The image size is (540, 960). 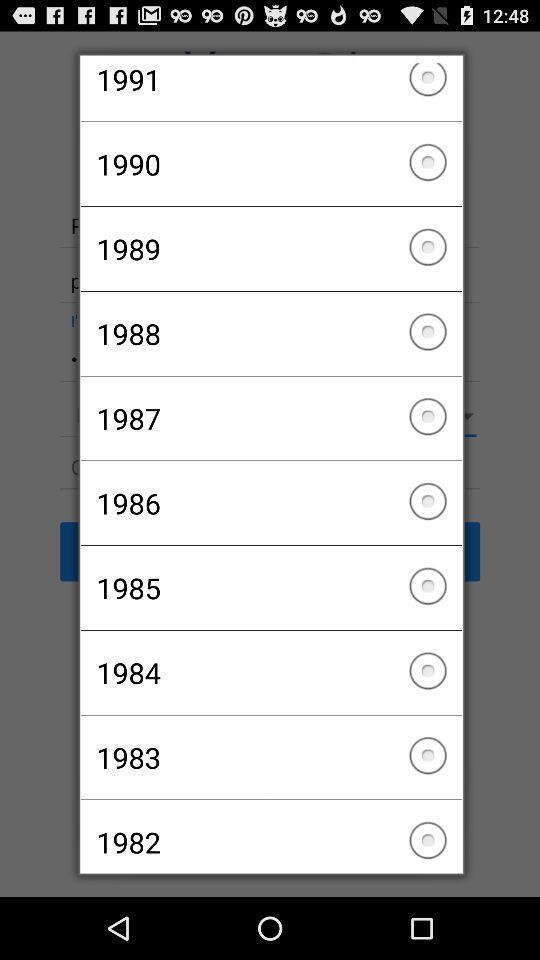 What do you see at coordinates (270, 417) in the screenshot?
I see `the 1987` at bounding box center [270, 417].